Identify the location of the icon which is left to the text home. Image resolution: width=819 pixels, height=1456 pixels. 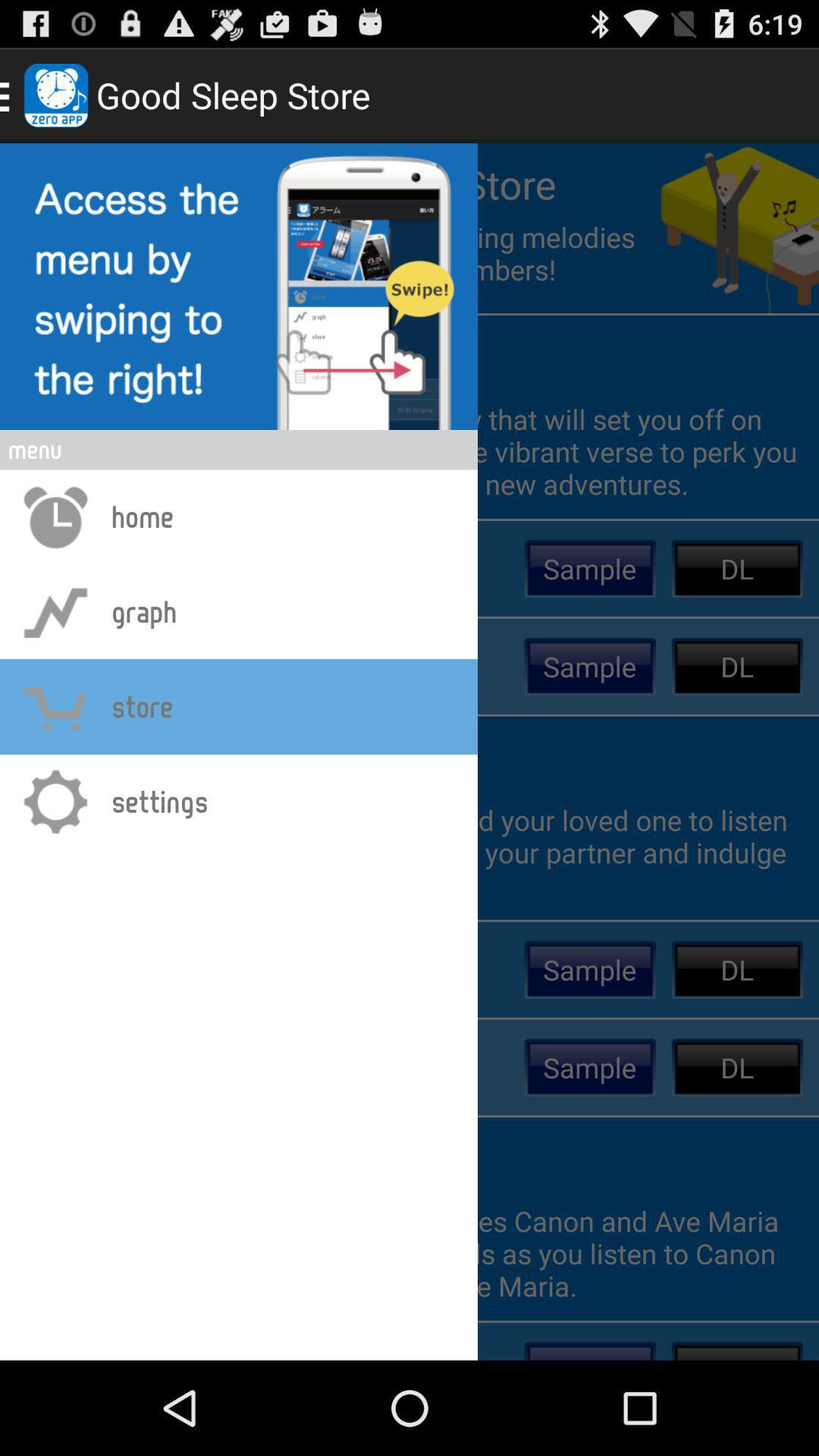
(55, 516).